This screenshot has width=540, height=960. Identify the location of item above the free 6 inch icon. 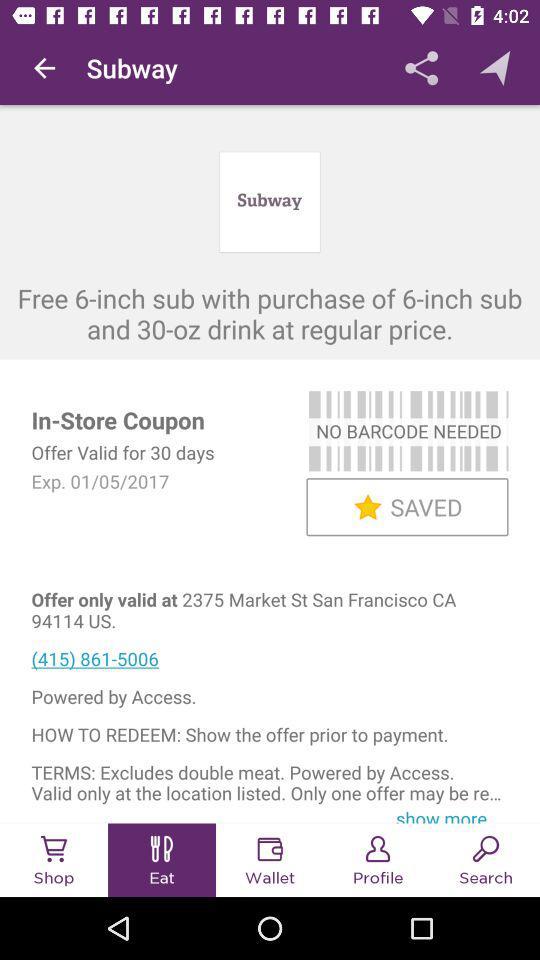
(44, 68).